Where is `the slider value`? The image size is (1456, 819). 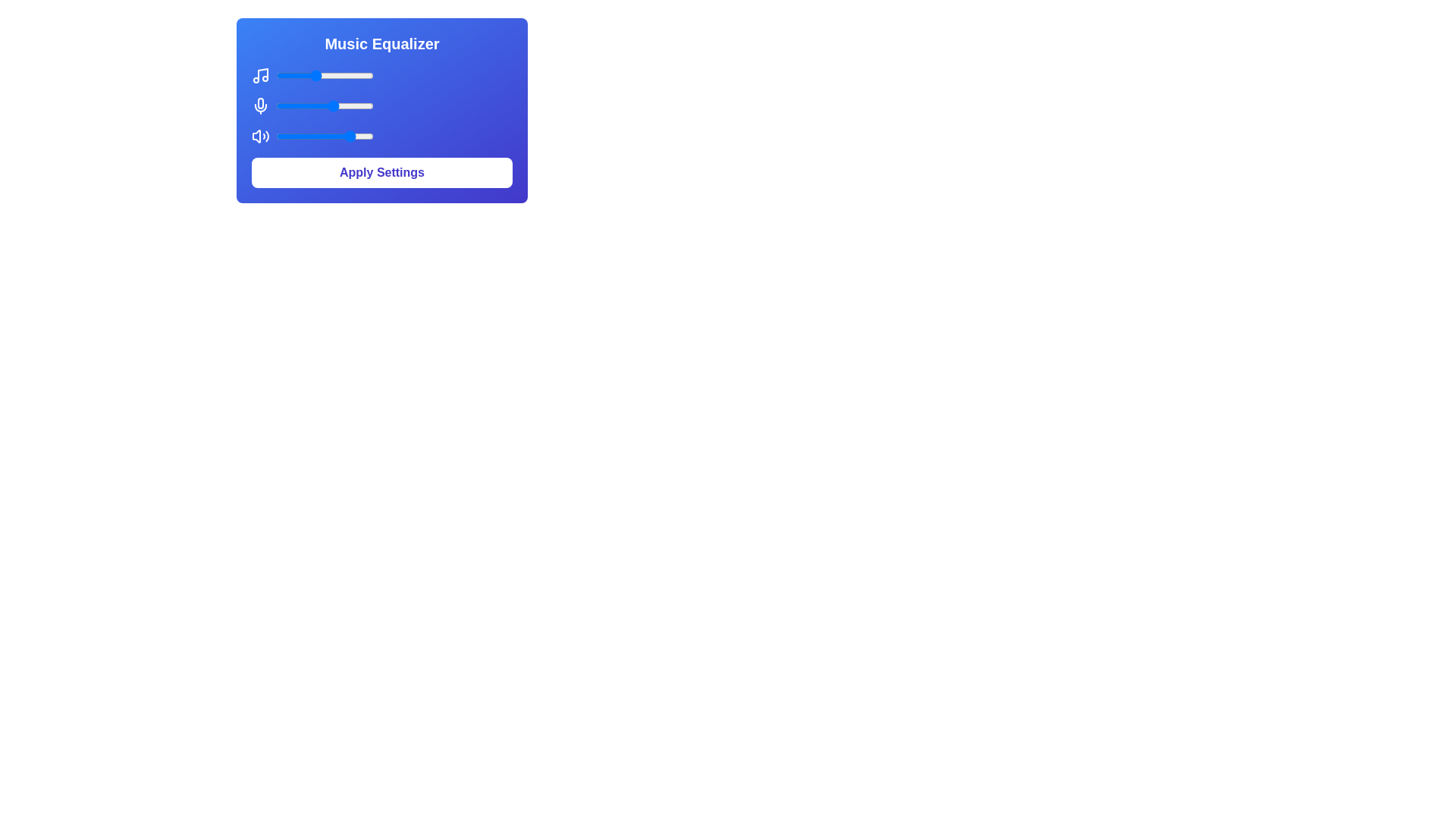
the slider value is located at coordinates (354, 136).